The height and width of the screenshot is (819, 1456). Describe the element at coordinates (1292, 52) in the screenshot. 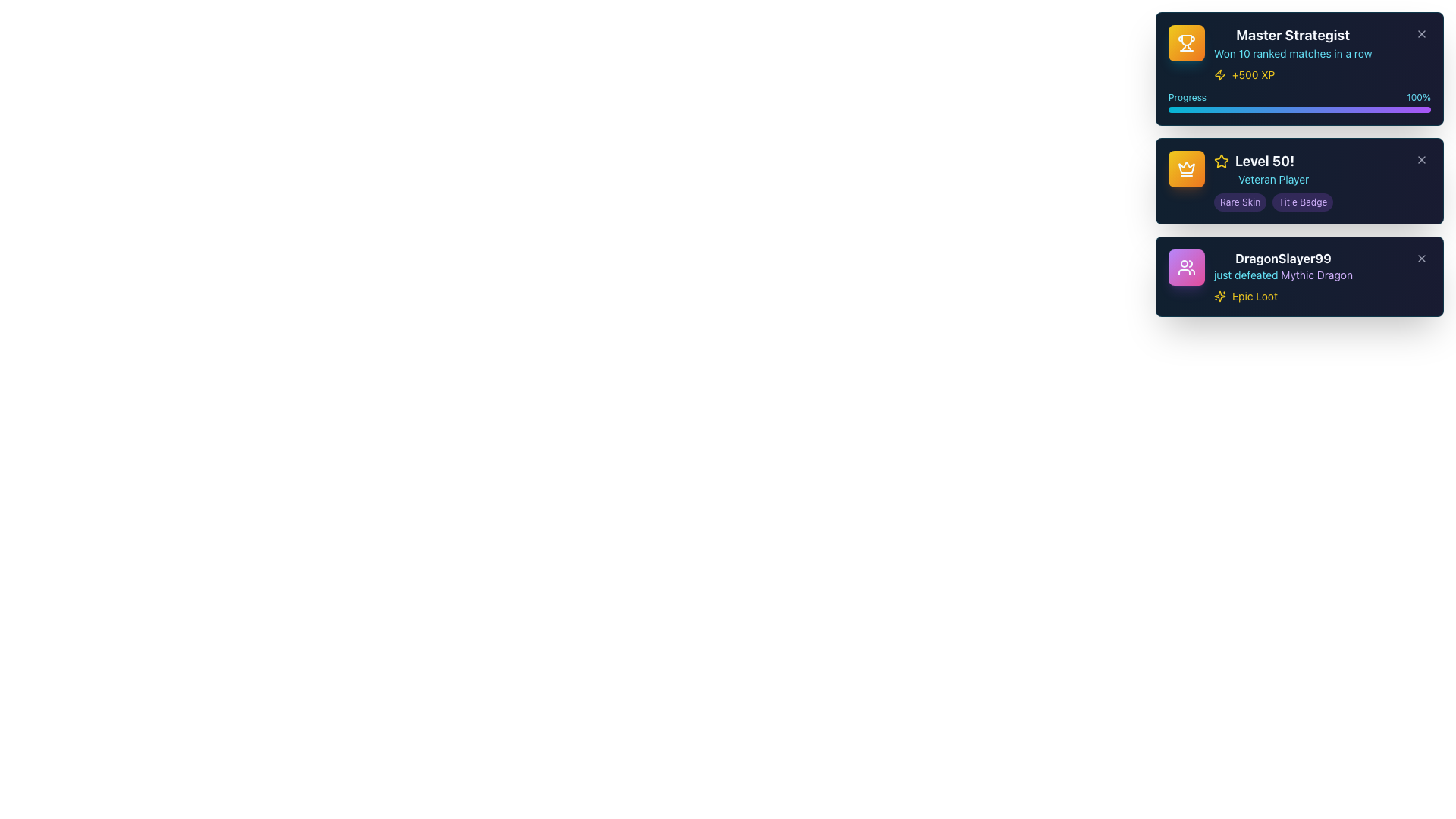

I see `the text label that conveys the achievement's description, situated between the title 'Master Strategist' and the reward indicator '+500 XP' in the first notification card` at that location.